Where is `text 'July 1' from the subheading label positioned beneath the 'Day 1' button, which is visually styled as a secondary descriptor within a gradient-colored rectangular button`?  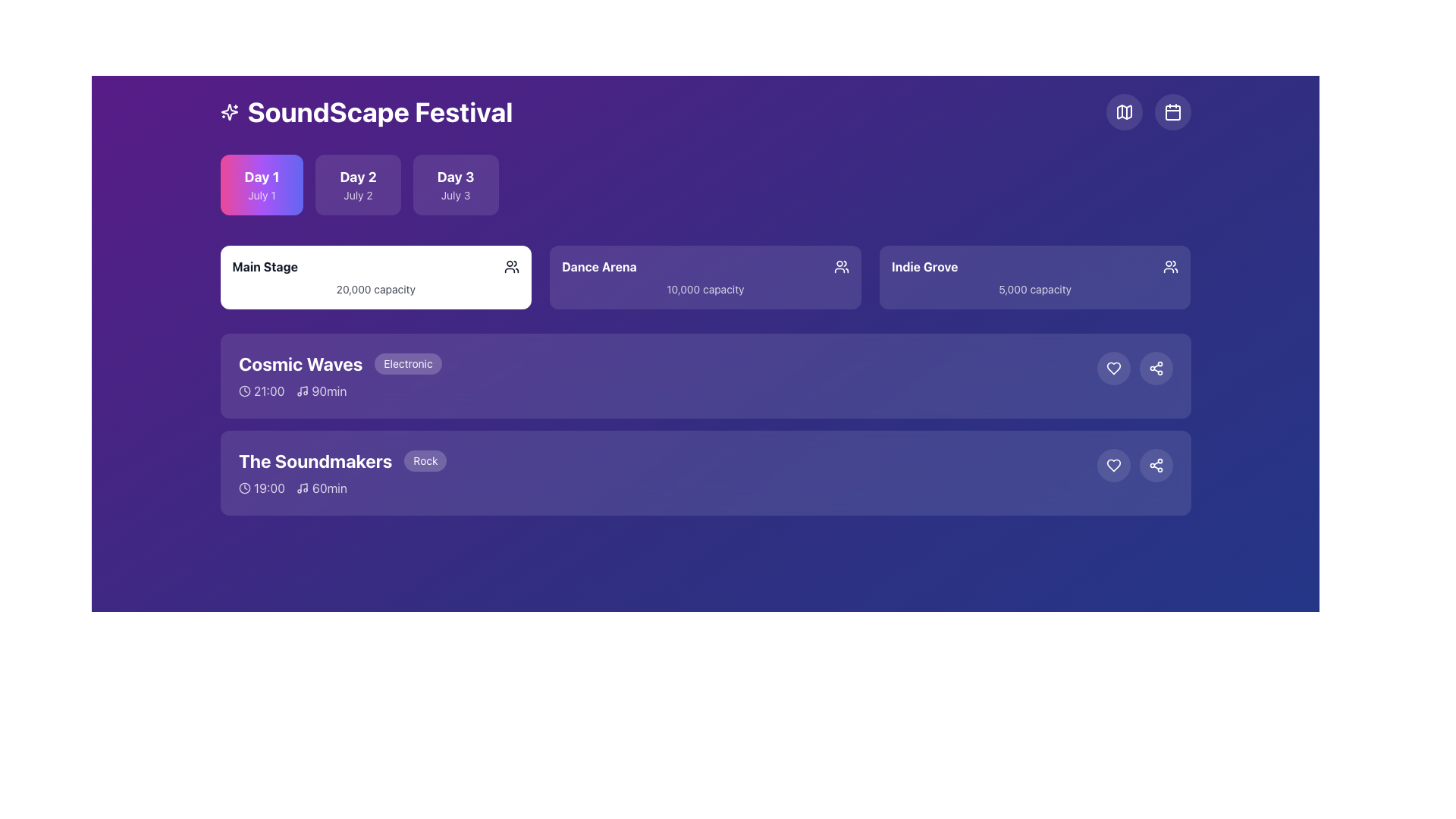 text 'July 1' from the subheading label positioned beneath the 'Day 1' button, which is visually styled as a secondary descriptor within a gradient-colored rectangular button is located at coordinates (262, 195).